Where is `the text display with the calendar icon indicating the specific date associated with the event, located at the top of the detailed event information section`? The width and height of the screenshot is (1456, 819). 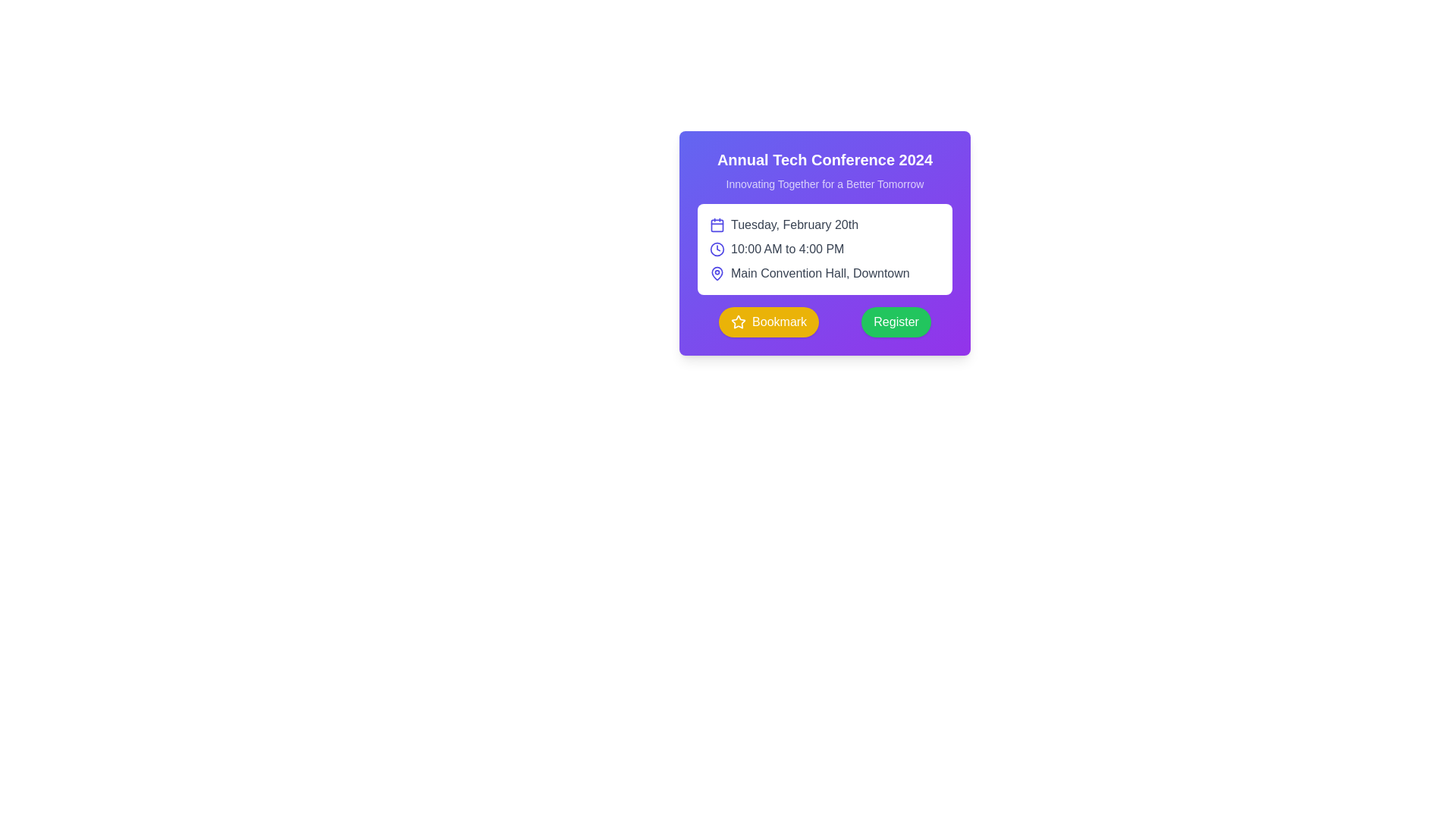
the text display with the calendar icon indicating the specific date associated with the event, located at the top of the detailed event information section is located at coordinates (824, 225).